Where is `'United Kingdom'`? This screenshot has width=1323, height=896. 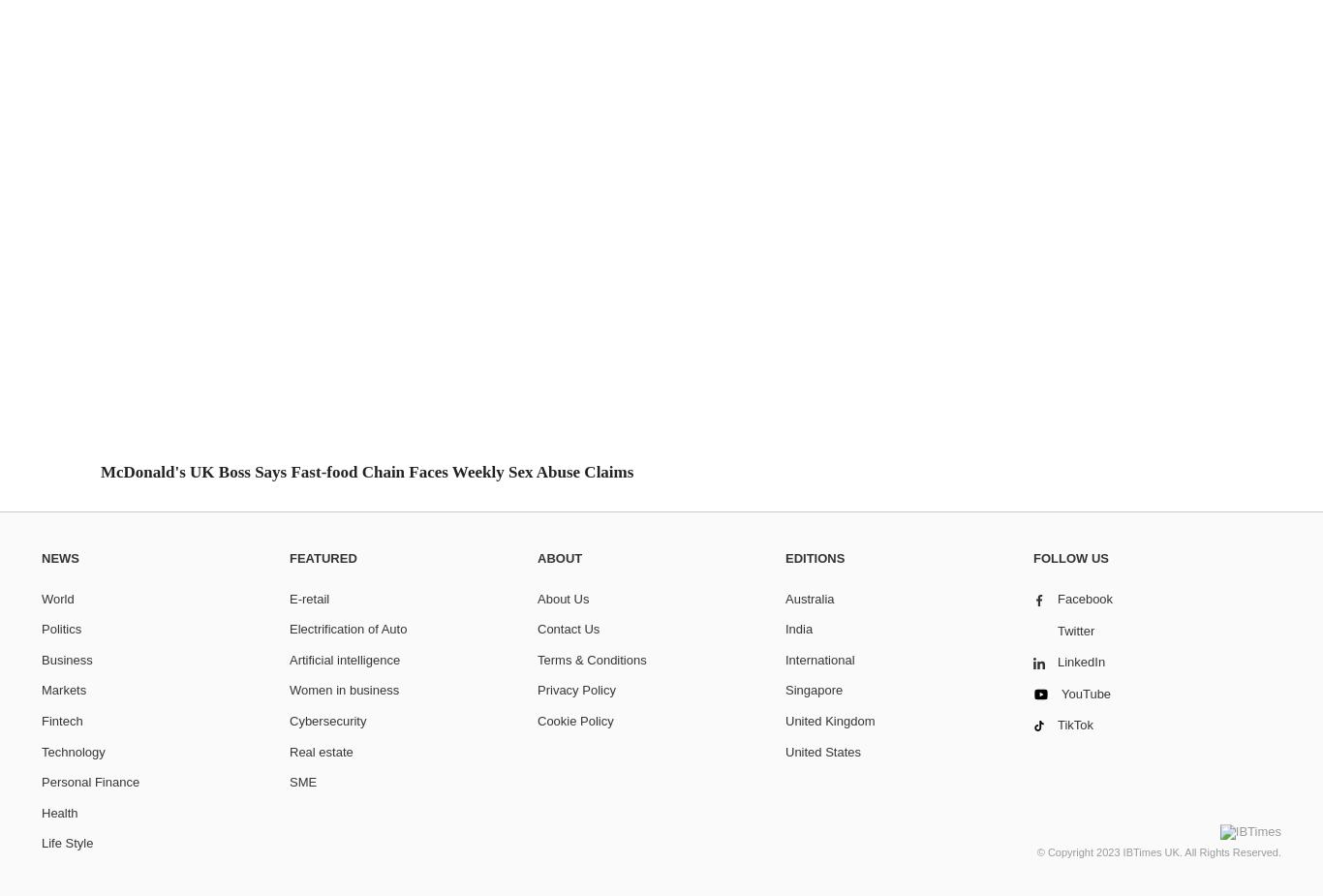 'United Kingdom' is located at coordinates (829, 721).